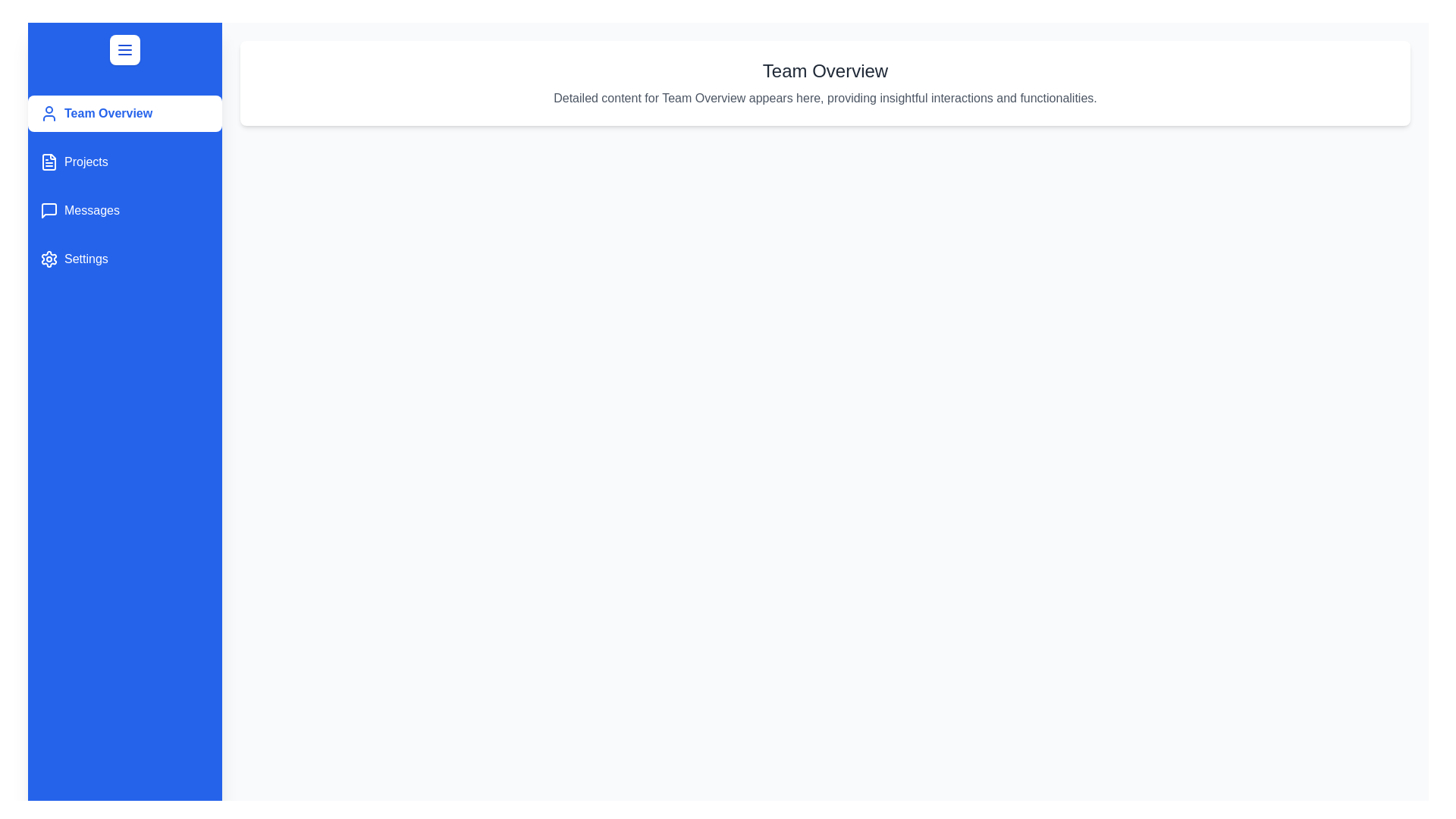 The width and height of the screenshot is (1456, 819). What do you see at coordinates (124, 162) in the screenshot?
I see `the panel Projects from the sidebar` at bounding box center [124, 162].